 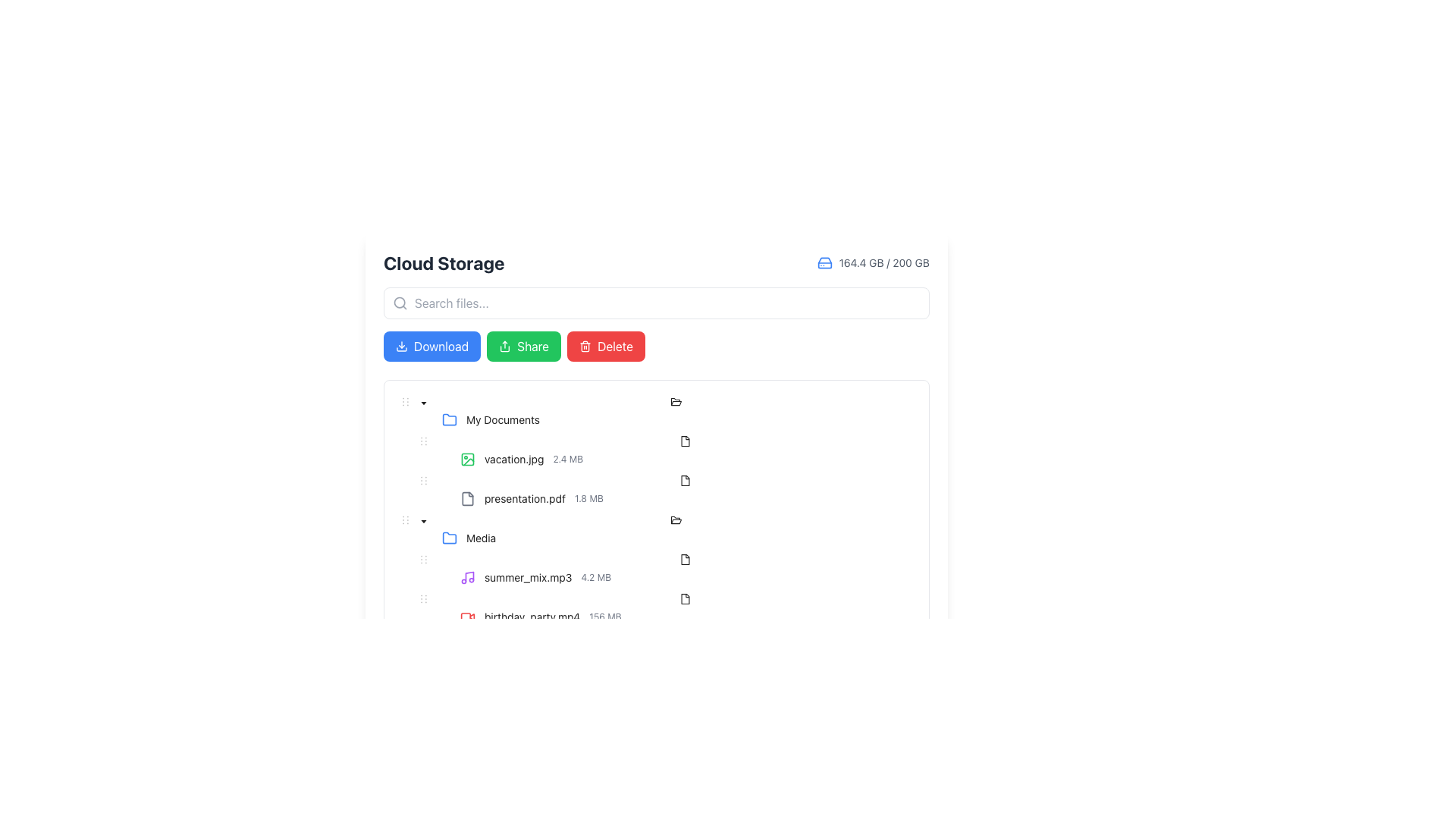 I want to click on the blue outlined folder icon located to the left of the bold-text label 'My Documents', so click(x=449, y=420).